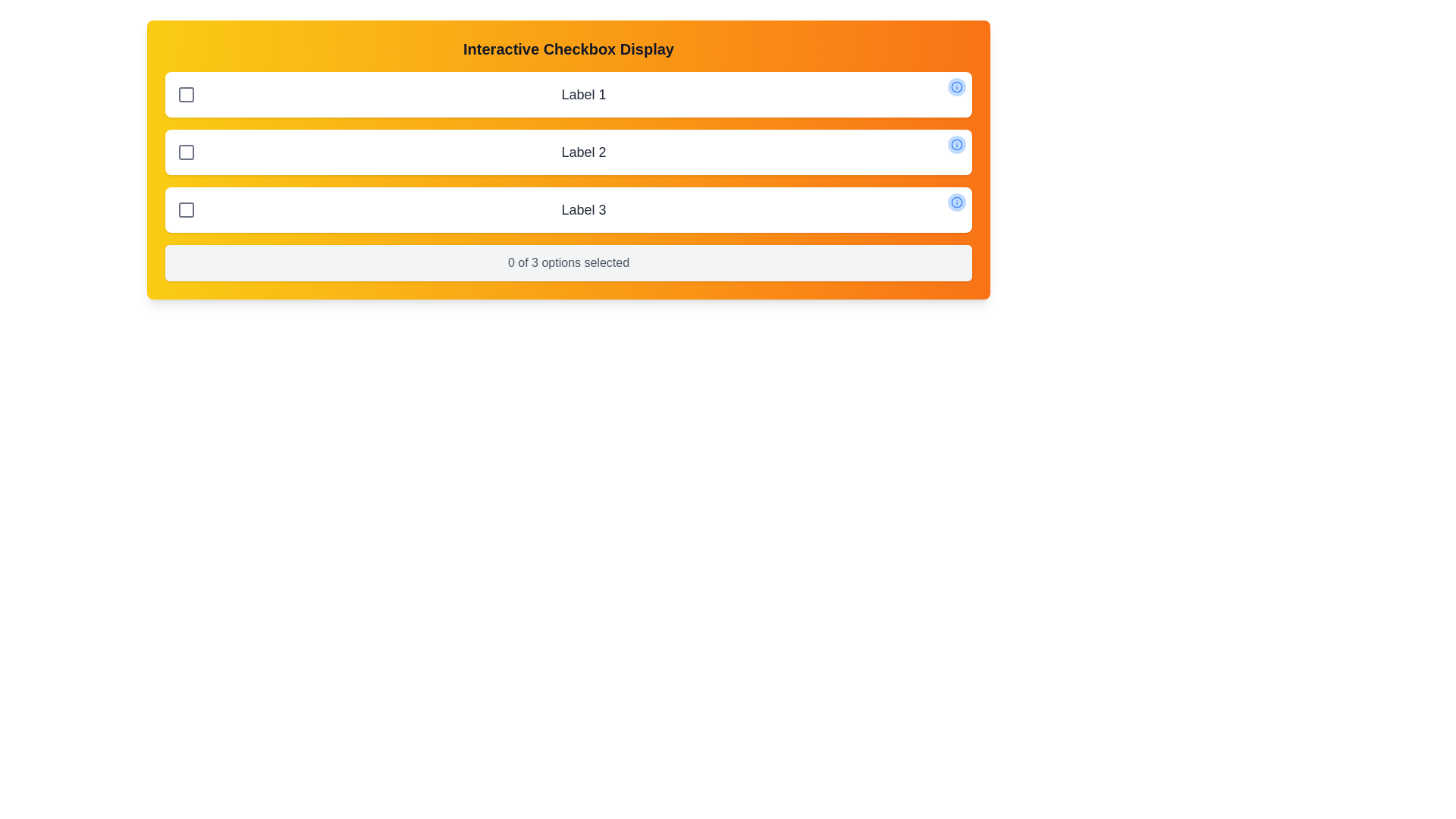  Describe the element at coordinates (956, 201) in the screenshot. I see `the information icon for option 3` at that location.